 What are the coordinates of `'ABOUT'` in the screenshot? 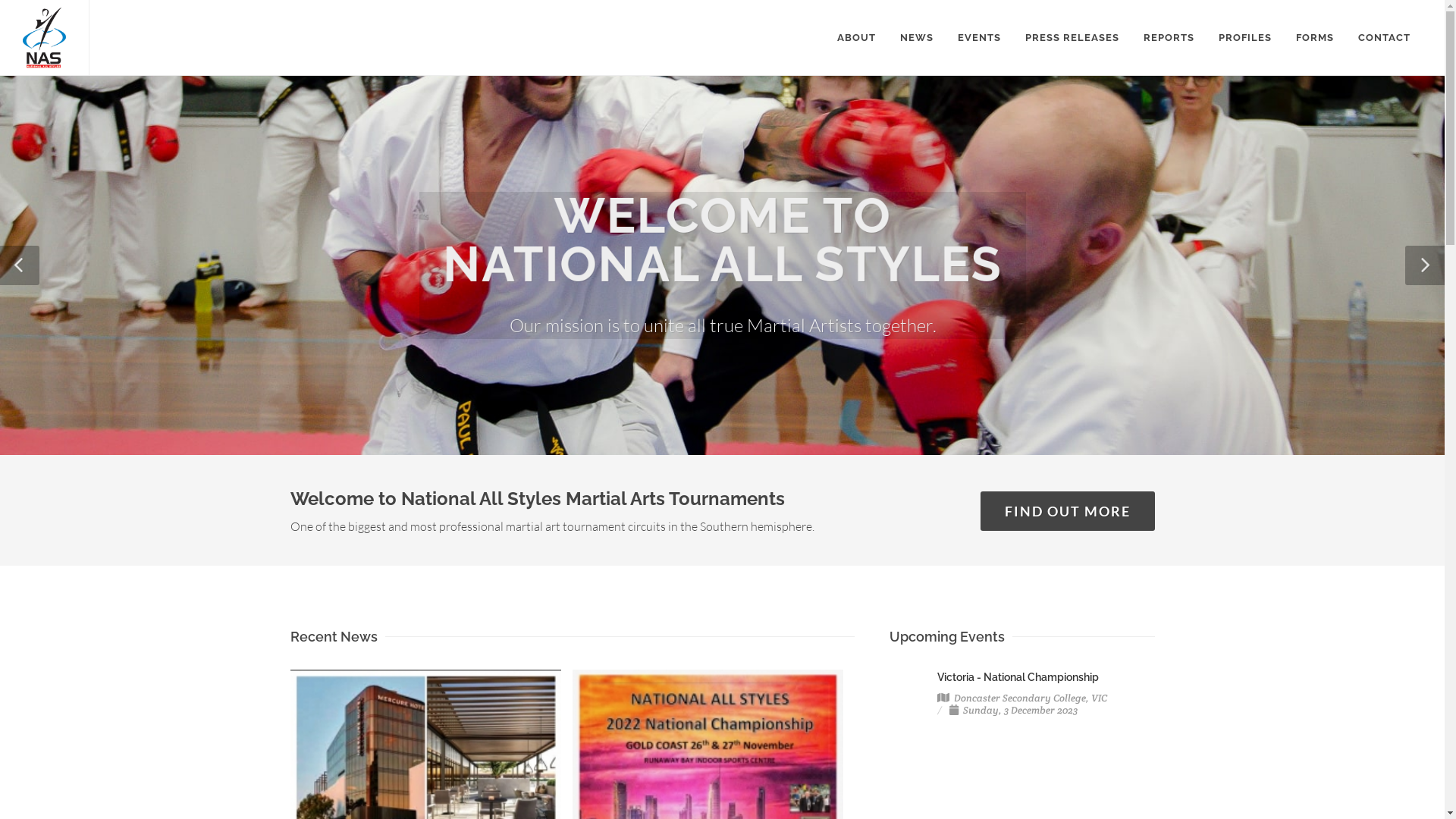 It's located at (856, 37).